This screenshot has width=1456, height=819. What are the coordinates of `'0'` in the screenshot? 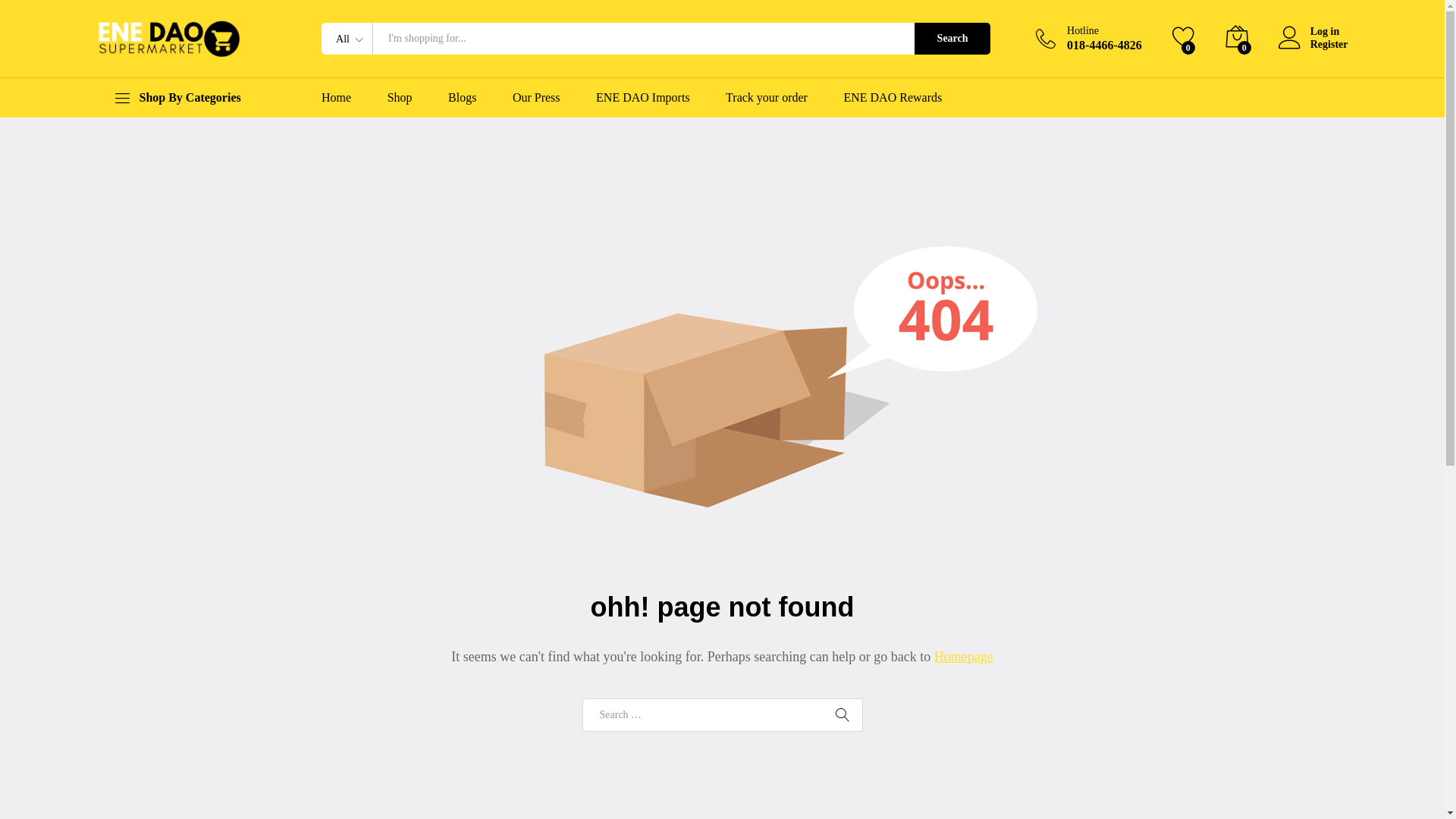 It's located at (1182, 37).